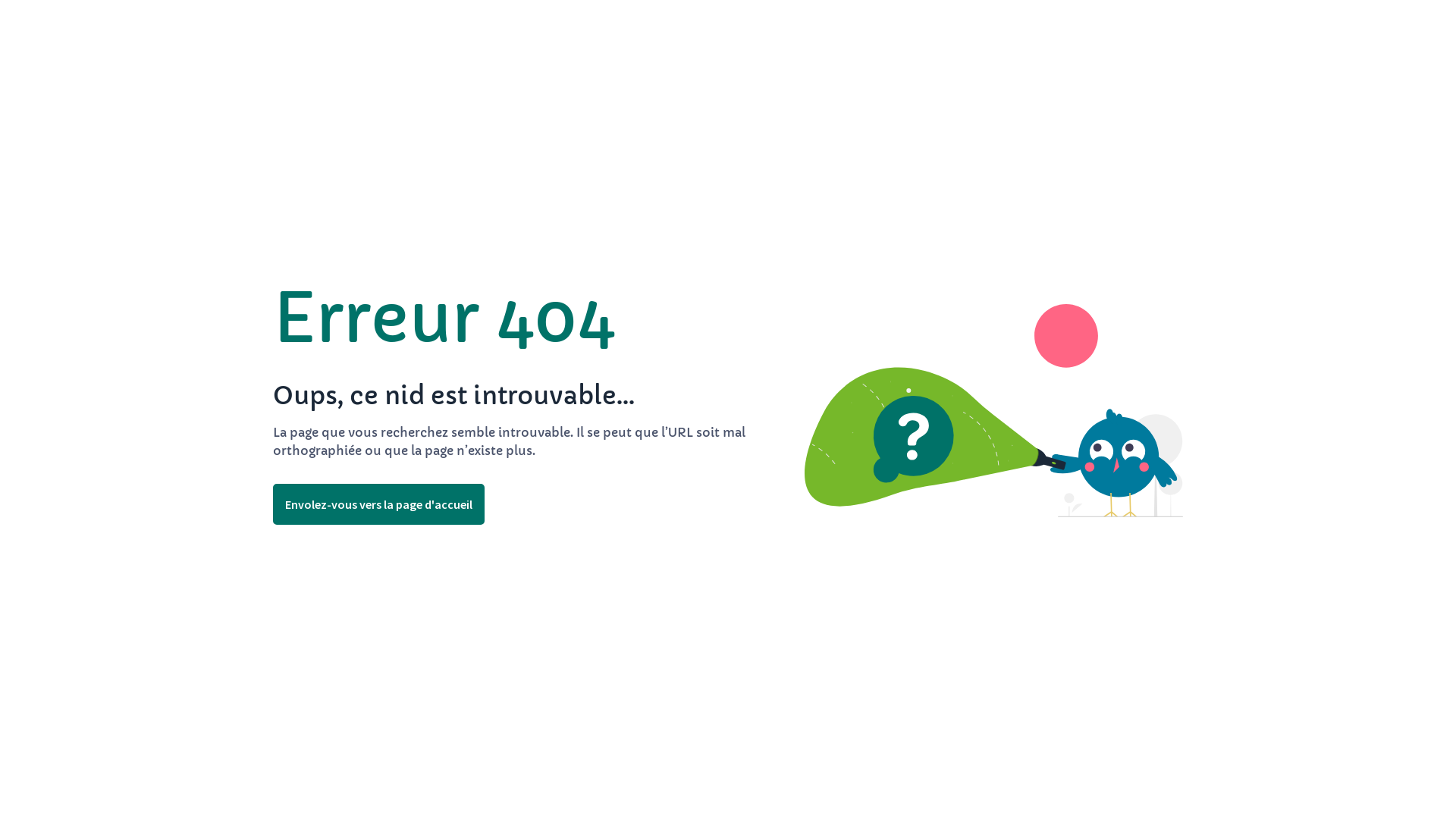  Describe the element at coordinates (378, 504) in the screenshot. I see `'Envolez-vous vers la page d'accueil'` at that location.